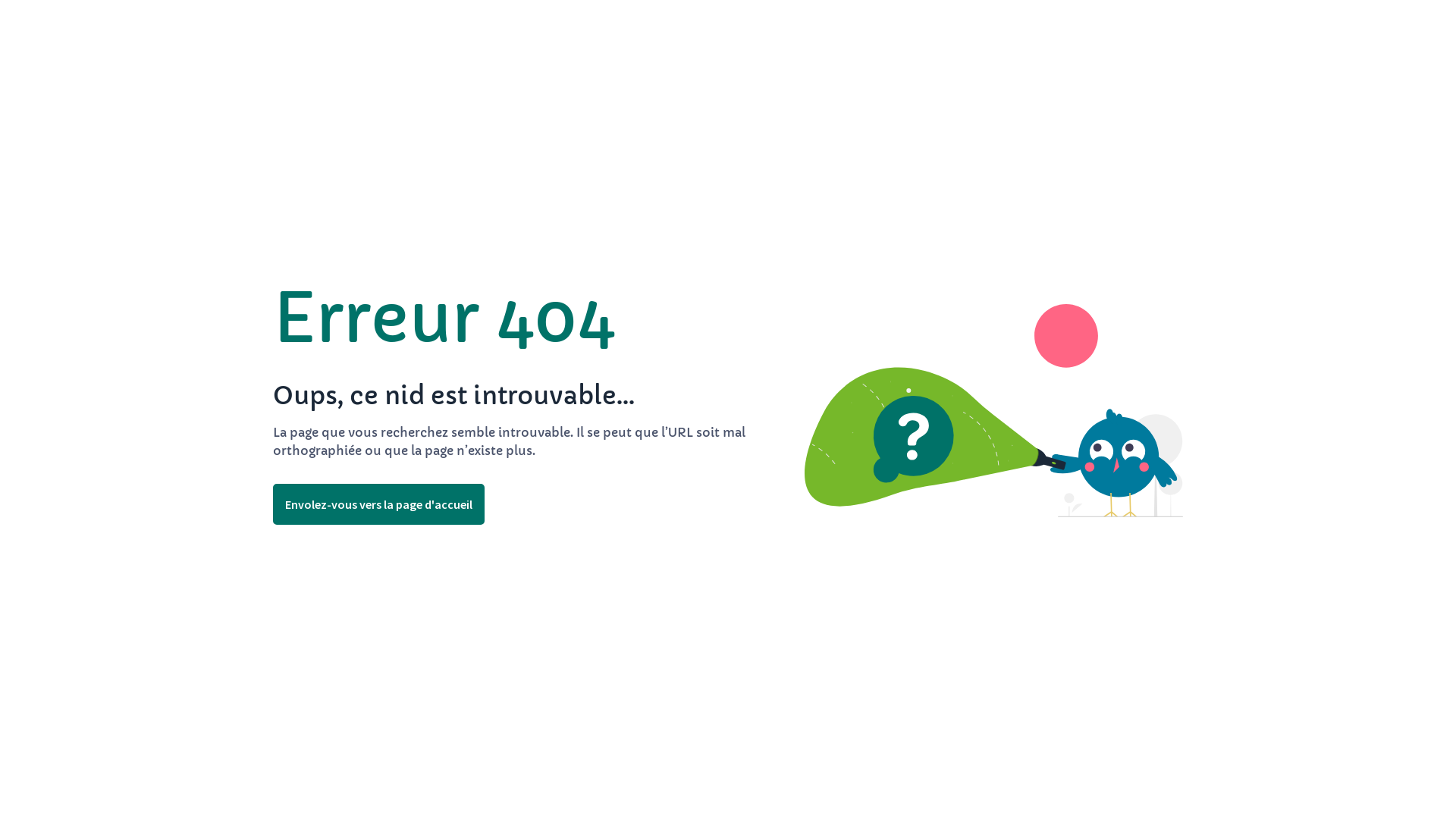  Describe the element at coordinates (378, 504) in the screenshot. I see `'Envolez-vous vers la page d'accueil'` at that location.